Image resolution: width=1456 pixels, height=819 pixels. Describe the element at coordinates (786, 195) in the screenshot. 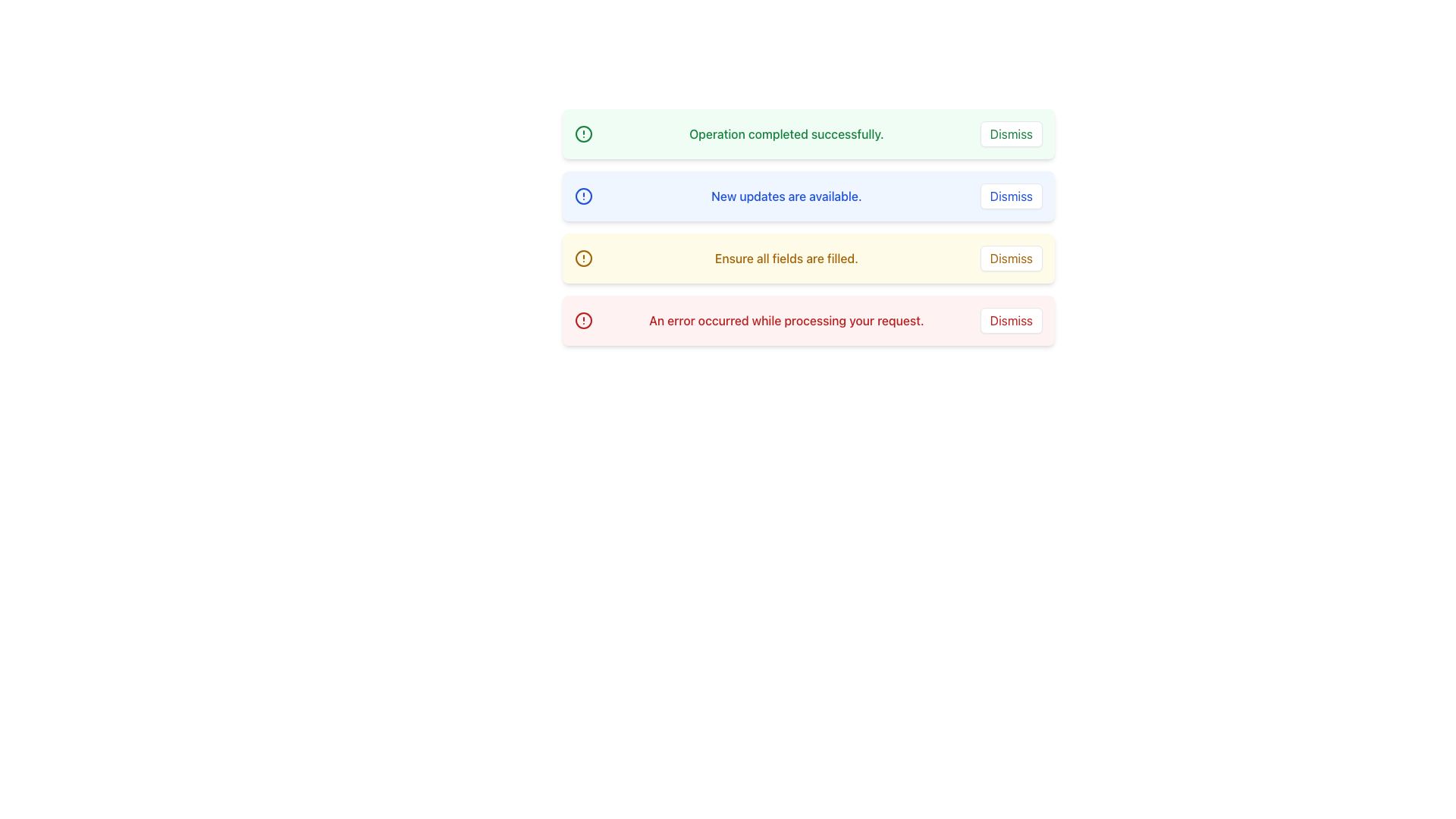

I see `the informational Text Label indicating new updates, located in the second notification bar adjacent to the circular alert icon and dismiss button` at that location.